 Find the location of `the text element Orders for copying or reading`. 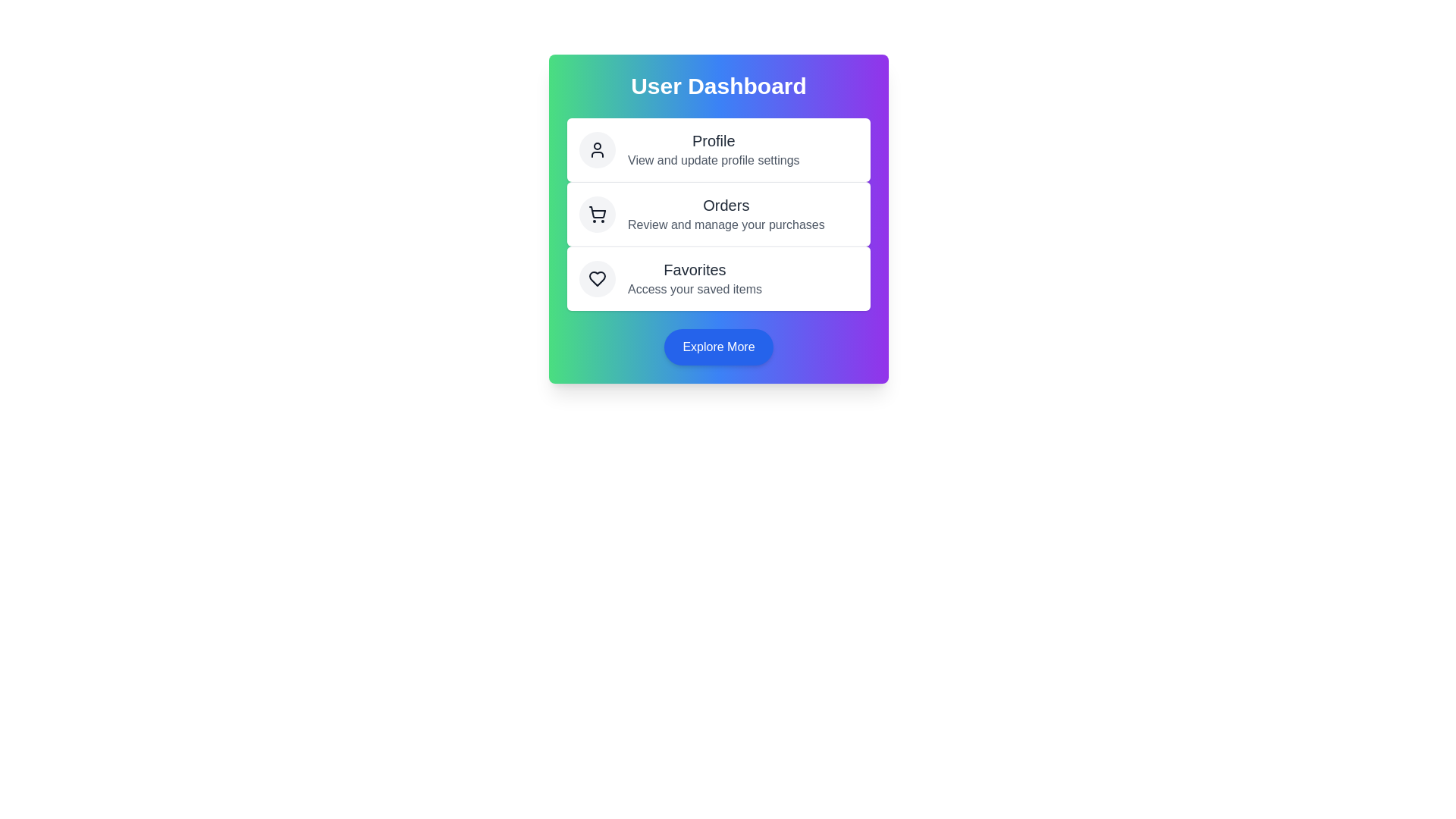

the text element Orders for copying or reading is located at coordinates (724, 205).